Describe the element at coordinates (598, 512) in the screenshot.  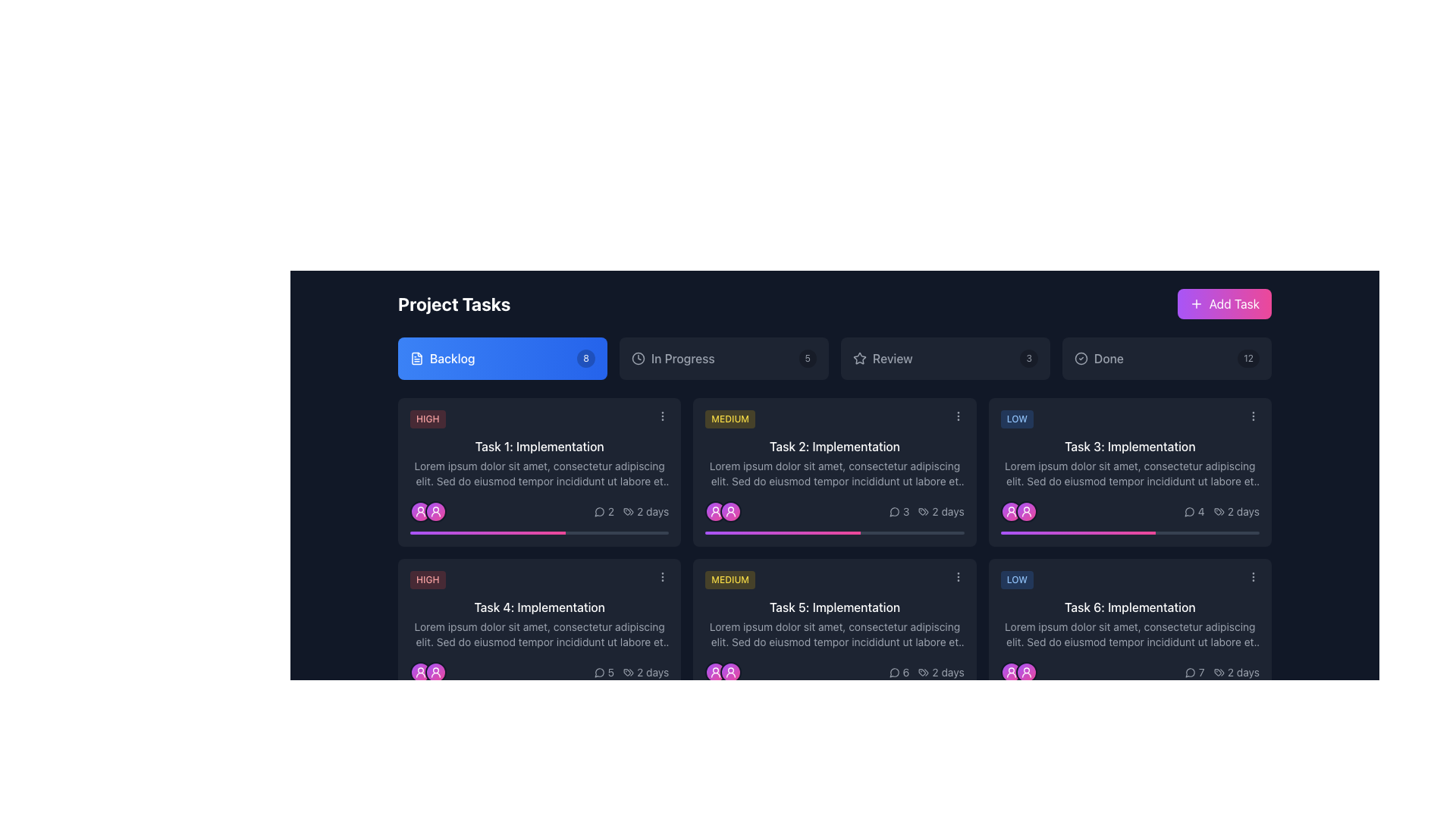
I see `the monochromatic speech bubble icon outlined in light gray or white, located slightly to the left of the numerical indicator '2' in the bottom-right corner of the task card labeled 'Task 1: Implementation'` at that location.